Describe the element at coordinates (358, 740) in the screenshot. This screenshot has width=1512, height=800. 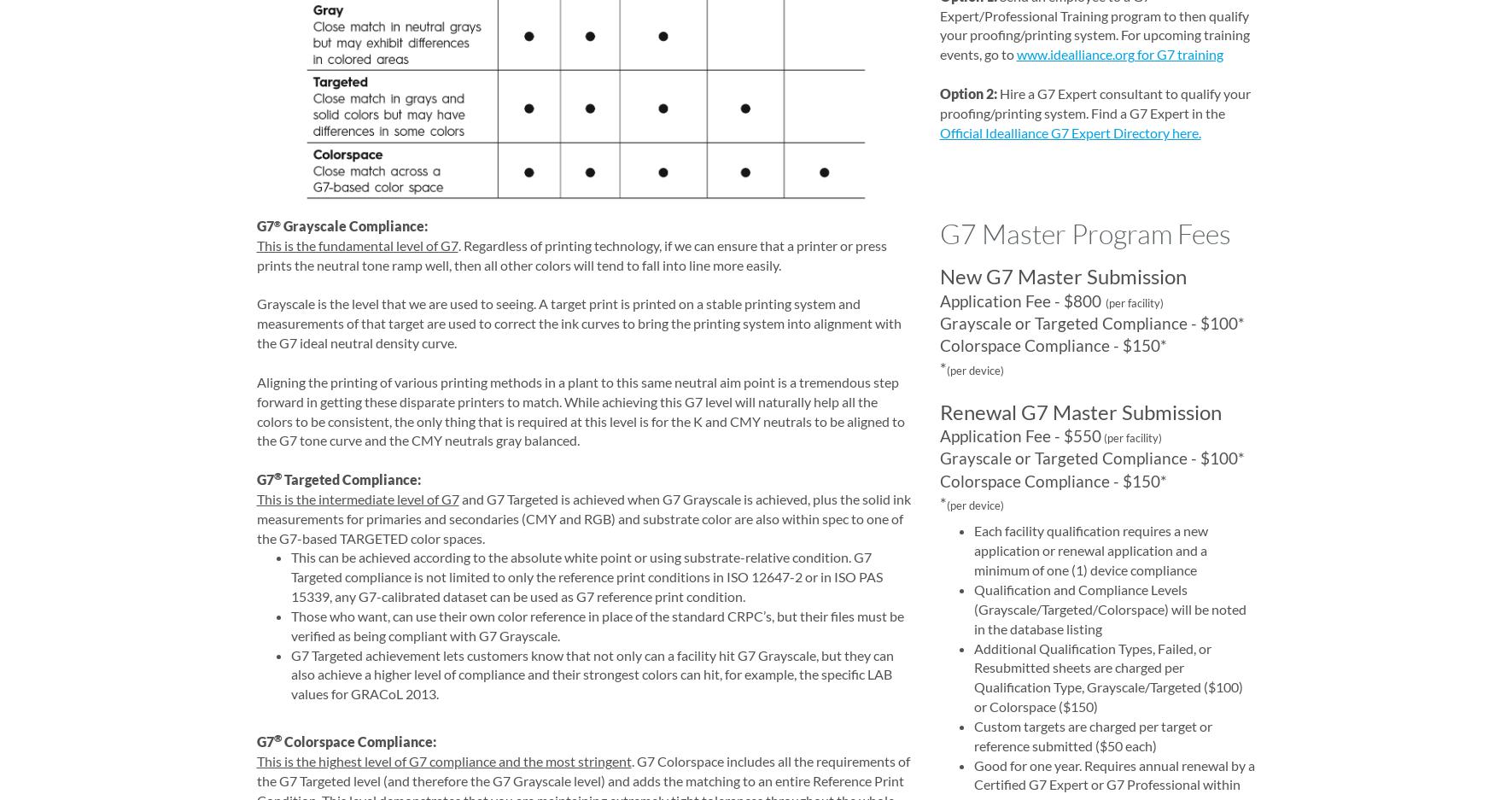
I see `'Colorspace Compliance:'` at that location.